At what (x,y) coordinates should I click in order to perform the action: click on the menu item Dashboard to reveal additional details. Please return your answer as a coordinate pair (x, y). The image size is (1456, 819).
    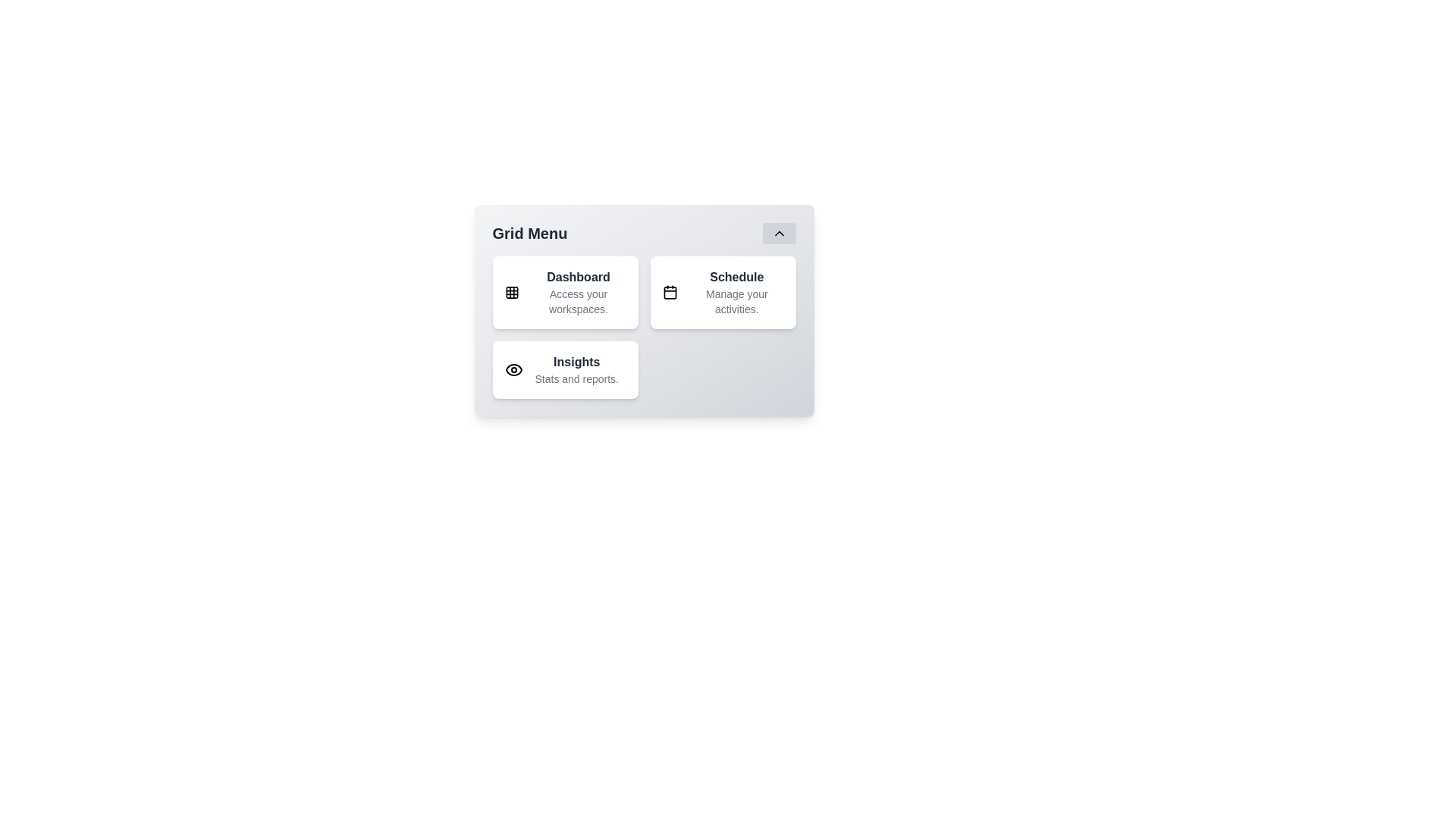
    Looking at the image, I should click on (564, 292).